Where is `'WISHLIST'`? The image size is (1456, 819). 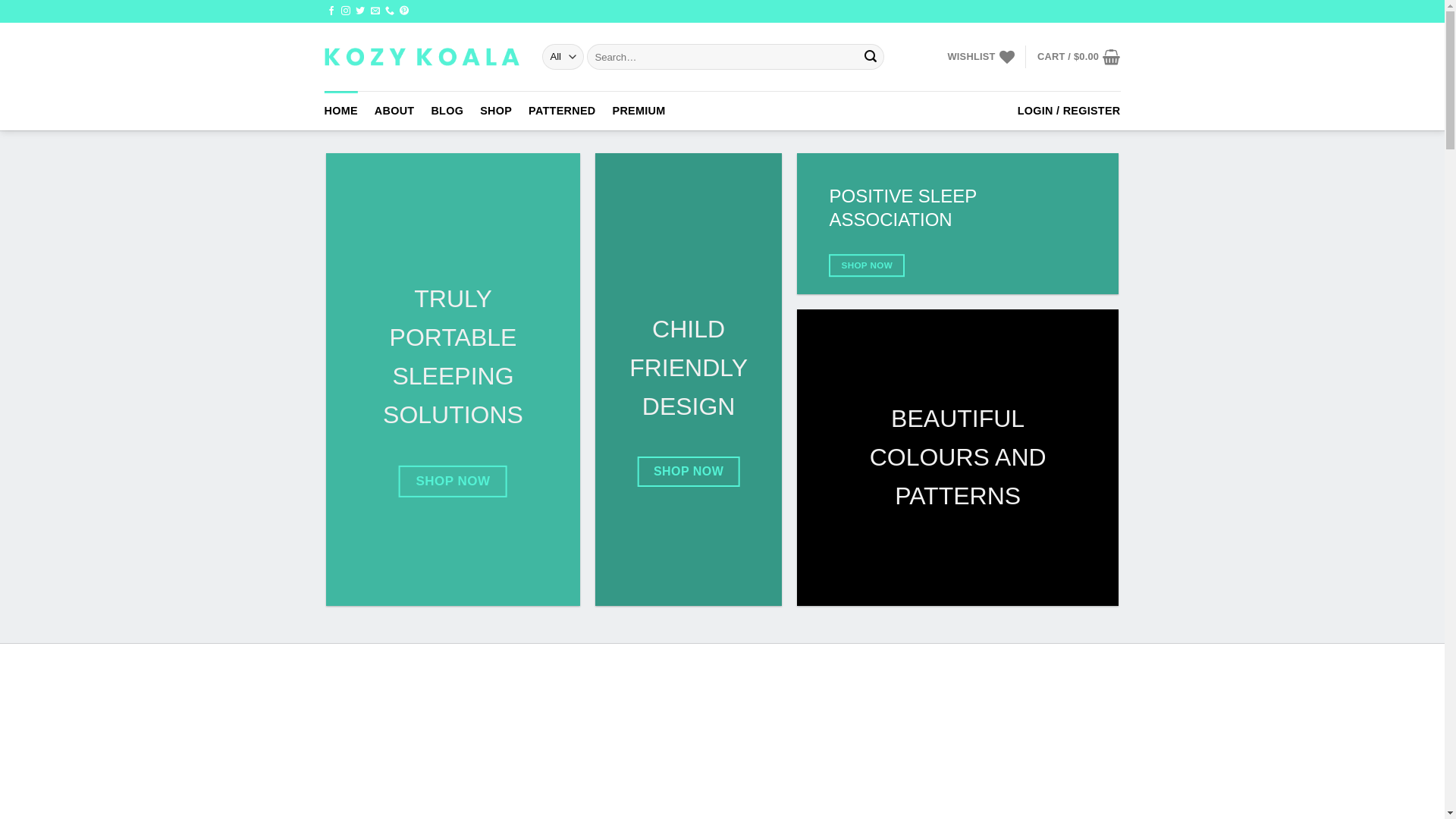 'WISHLIST' is located at coordinates (980, 55).